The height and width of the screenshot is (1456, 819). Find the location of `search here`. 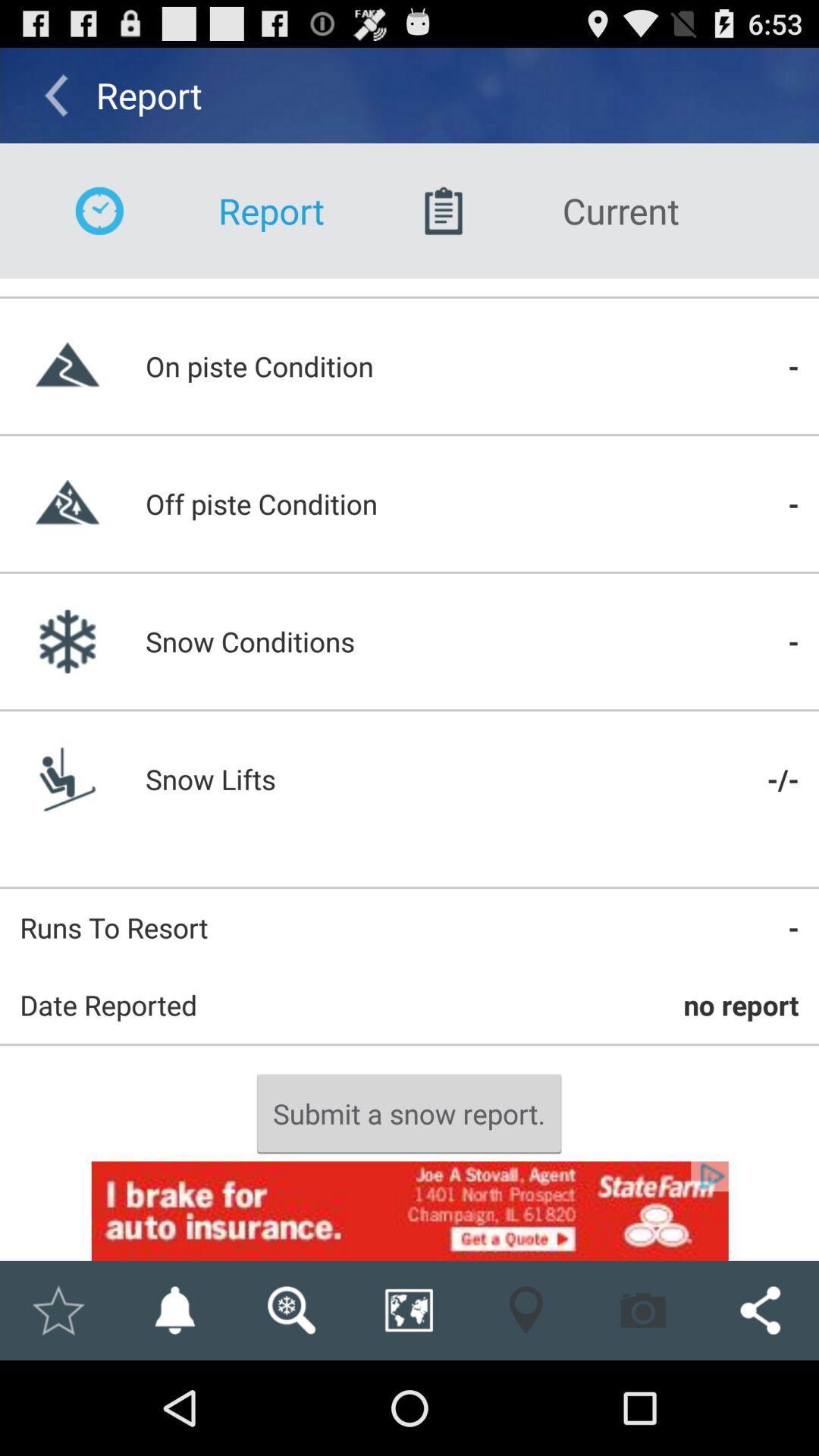

search here is located at coordinates (291, 1310).